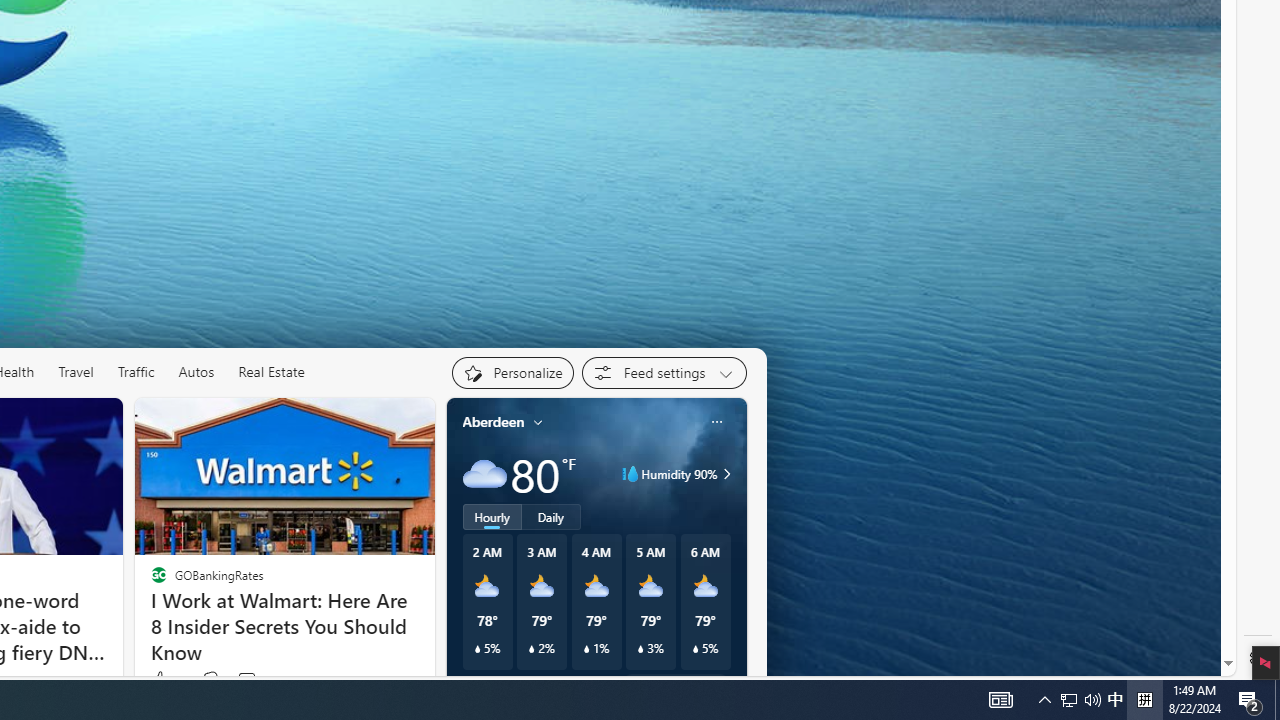  Describe the element at coordinates (512, 372) in the screenshot. I see `'Personalize your feed"'` at that location.